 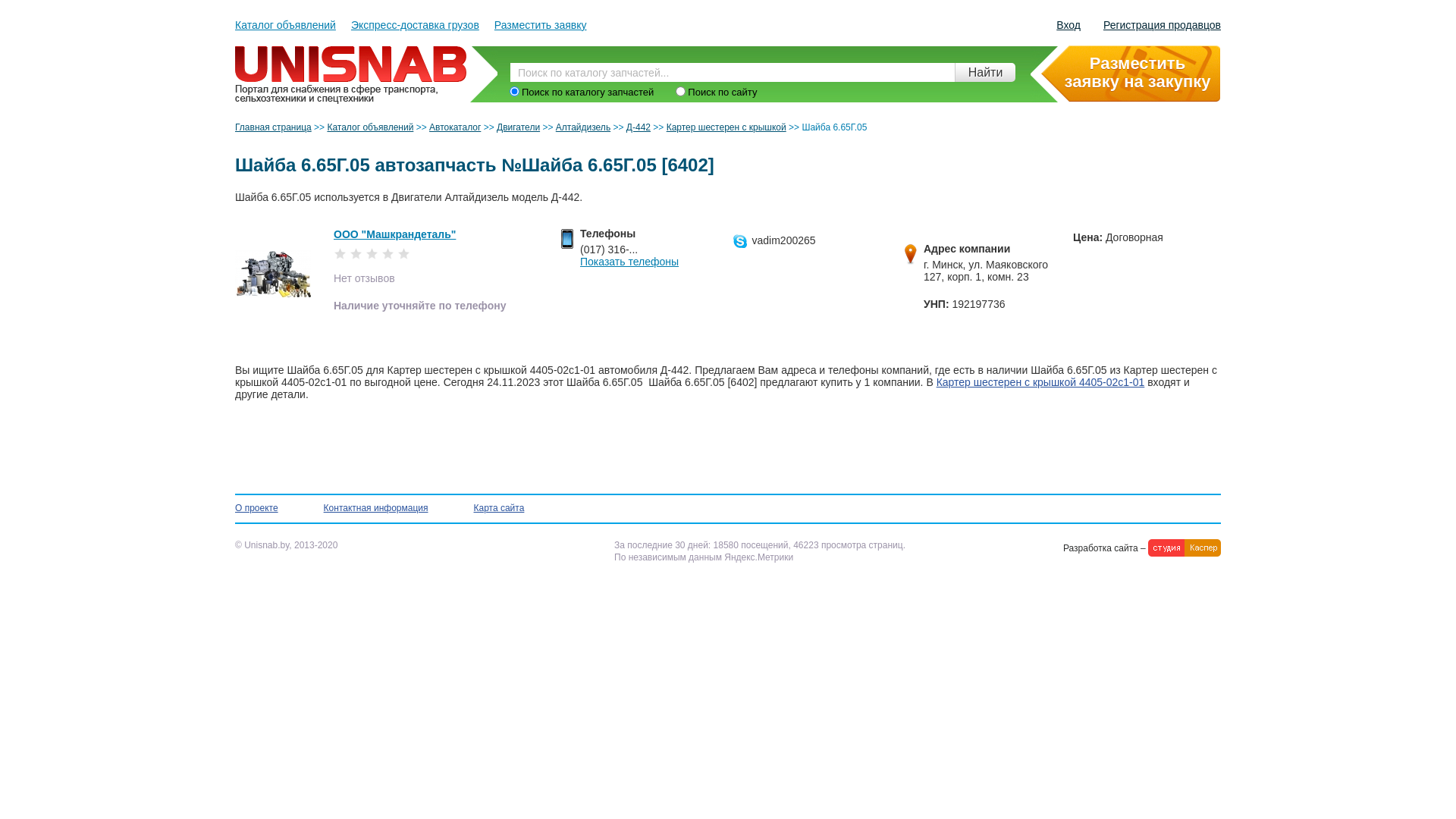 I want to click on 'Unisnab', so click(x=352, y=49).